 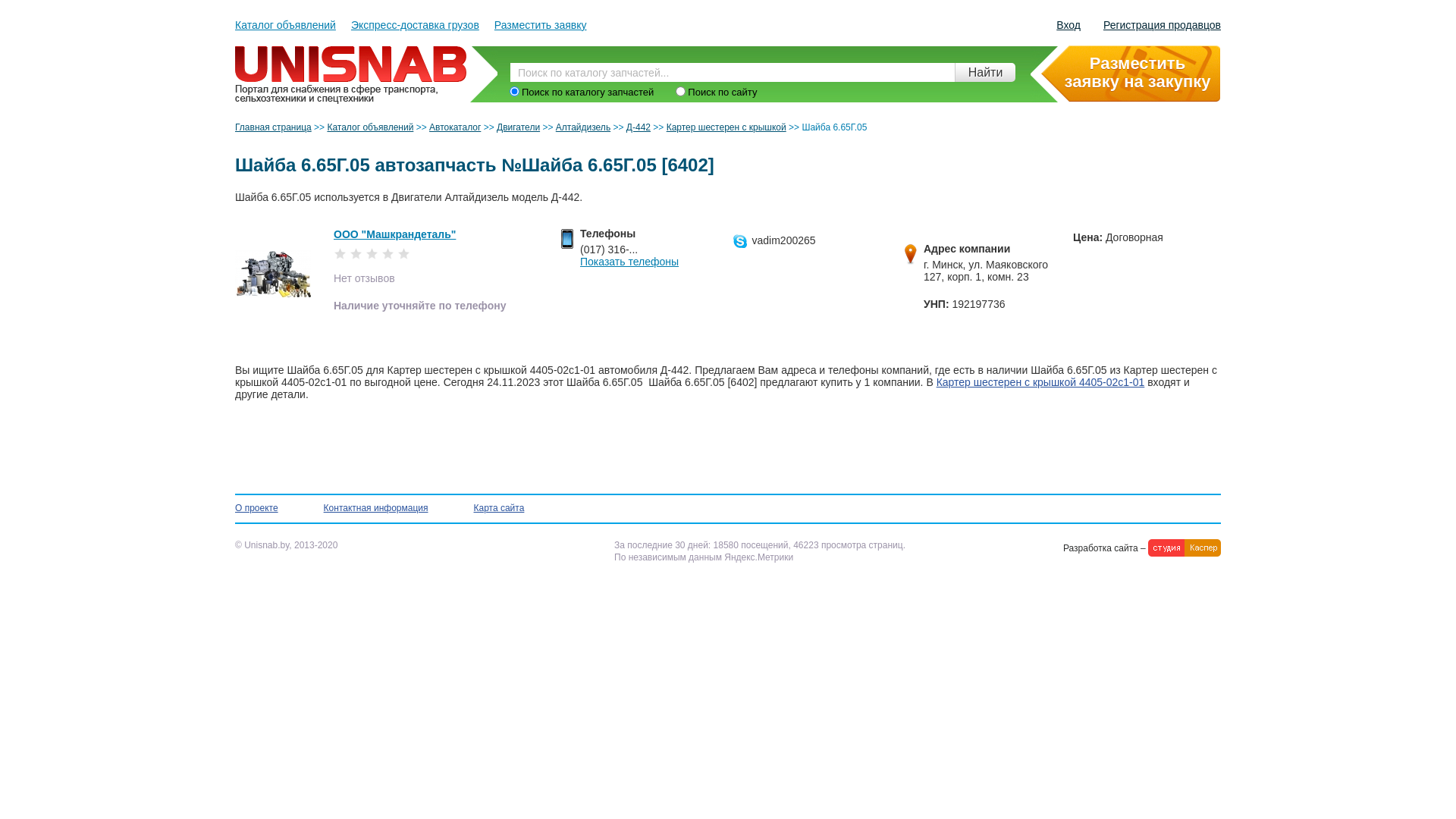 I want to click on 'Unisnab', so click(x=352, y=49).